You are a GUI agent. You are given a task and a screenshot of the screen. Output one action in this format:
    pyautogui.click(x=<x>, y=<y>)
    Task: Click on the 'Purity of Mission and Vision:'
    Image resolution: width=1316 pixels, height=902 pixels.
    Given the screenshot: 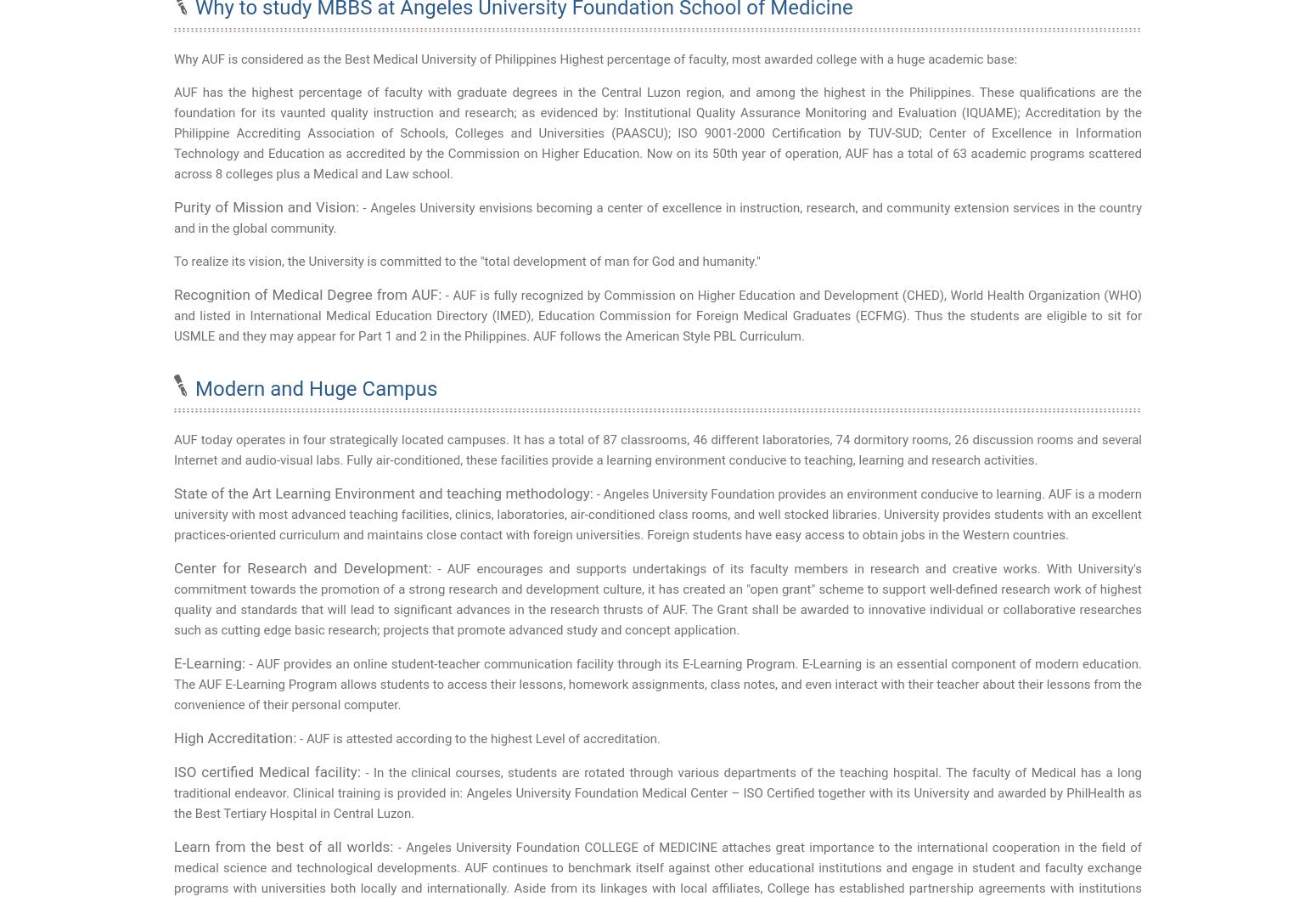 What is the action you would take?
    pyautogui.click(x=266, y=206)
    